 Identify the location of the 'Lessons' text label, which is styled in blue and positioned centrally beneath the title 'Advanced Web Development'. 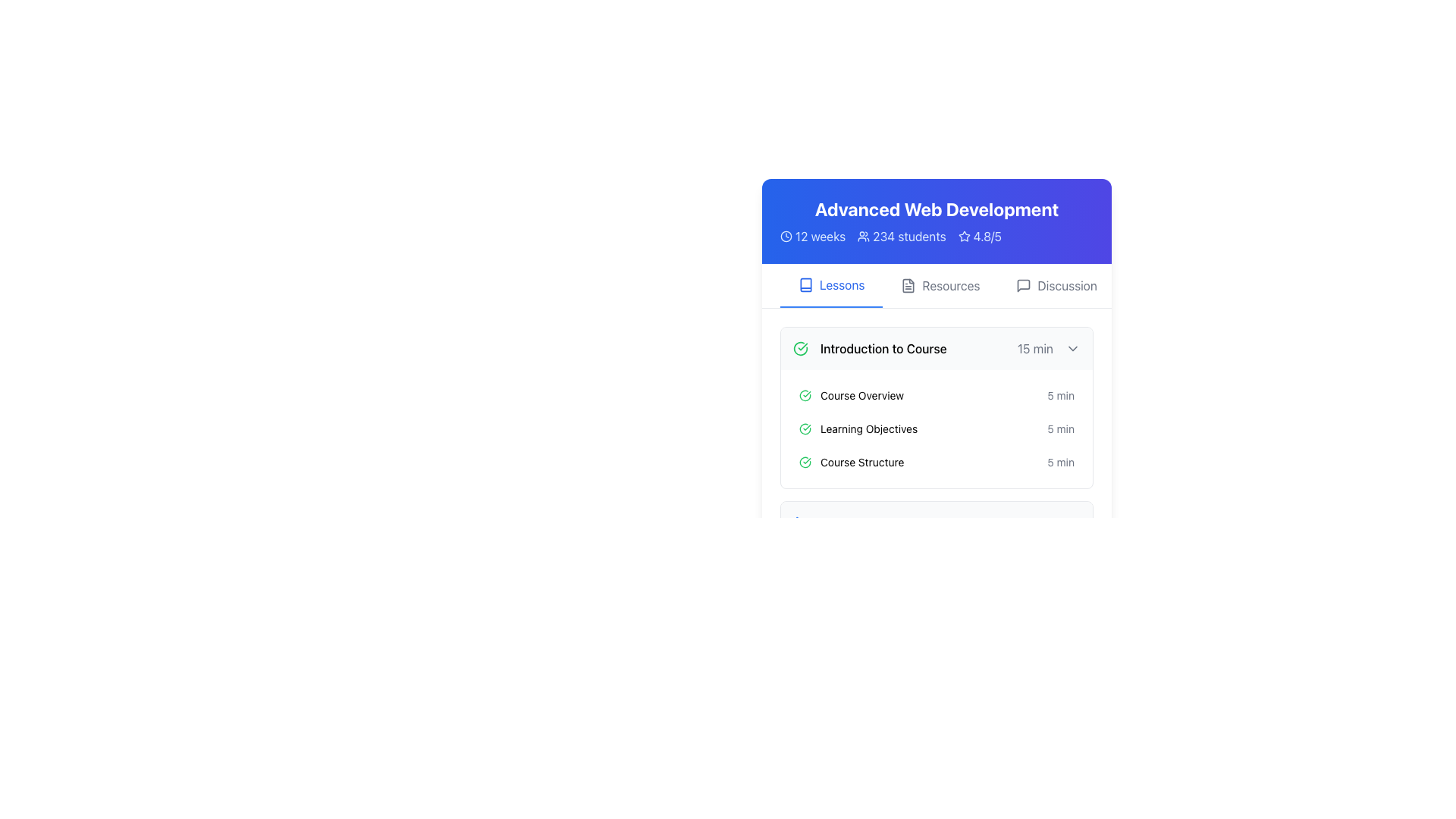
(841, 284).